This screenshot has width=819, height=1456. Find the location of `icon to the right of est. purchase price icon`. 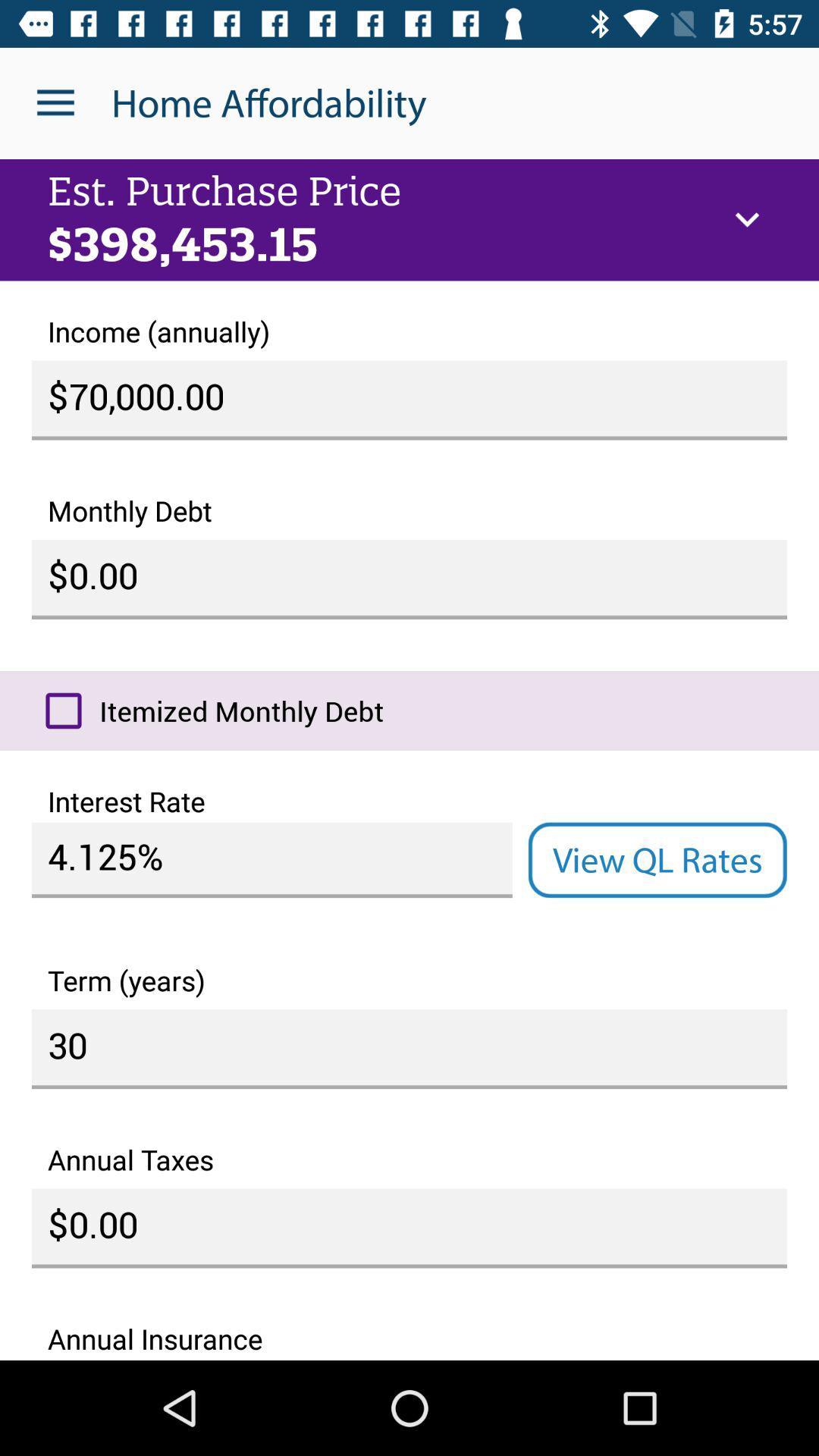

icon to the right of est. purchase price icon is located at coordinates (746, 219).